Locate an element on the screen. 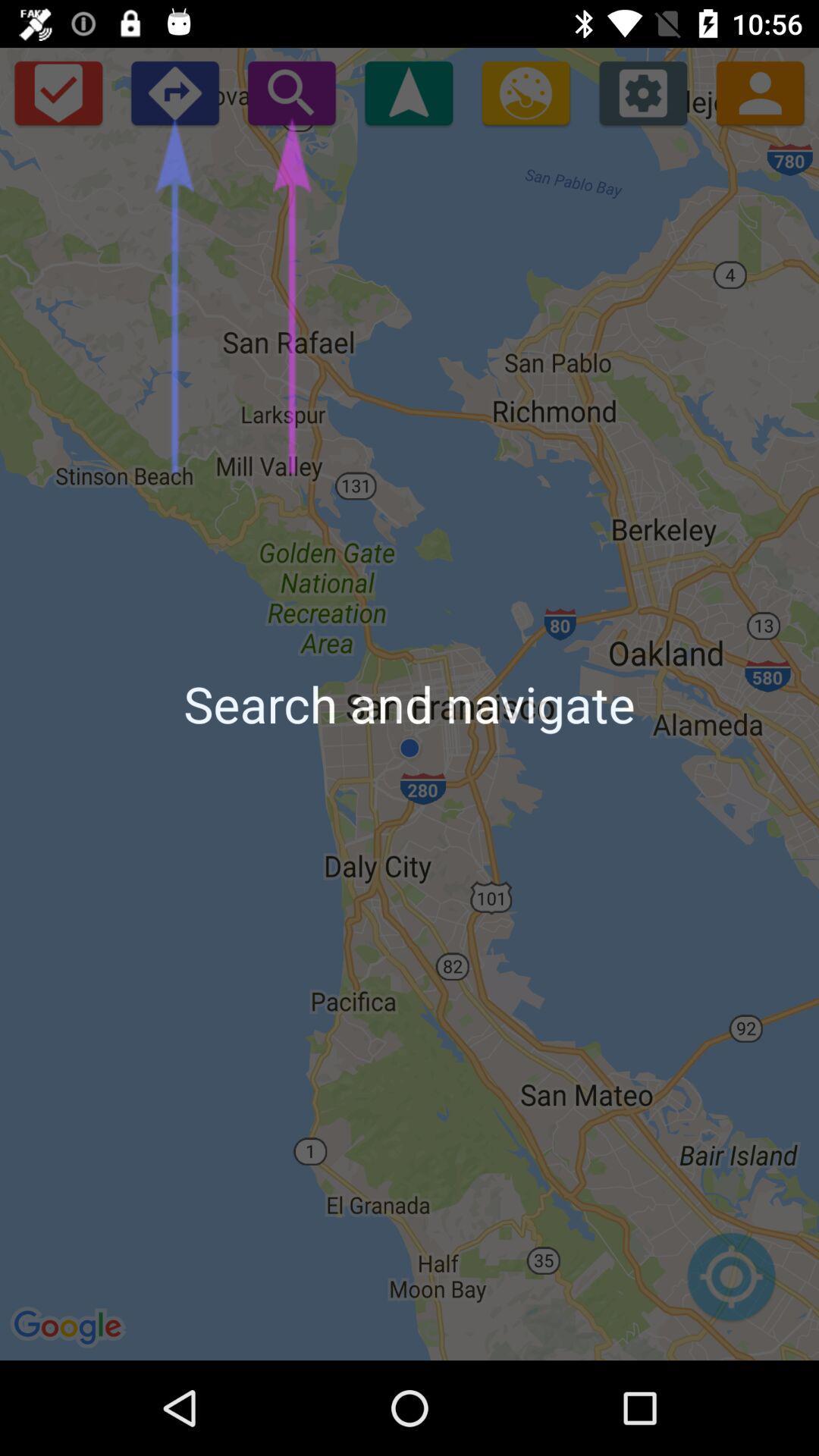 This screenshot has height=1456, width=819. find gas station is located at coordinates (525, 92).